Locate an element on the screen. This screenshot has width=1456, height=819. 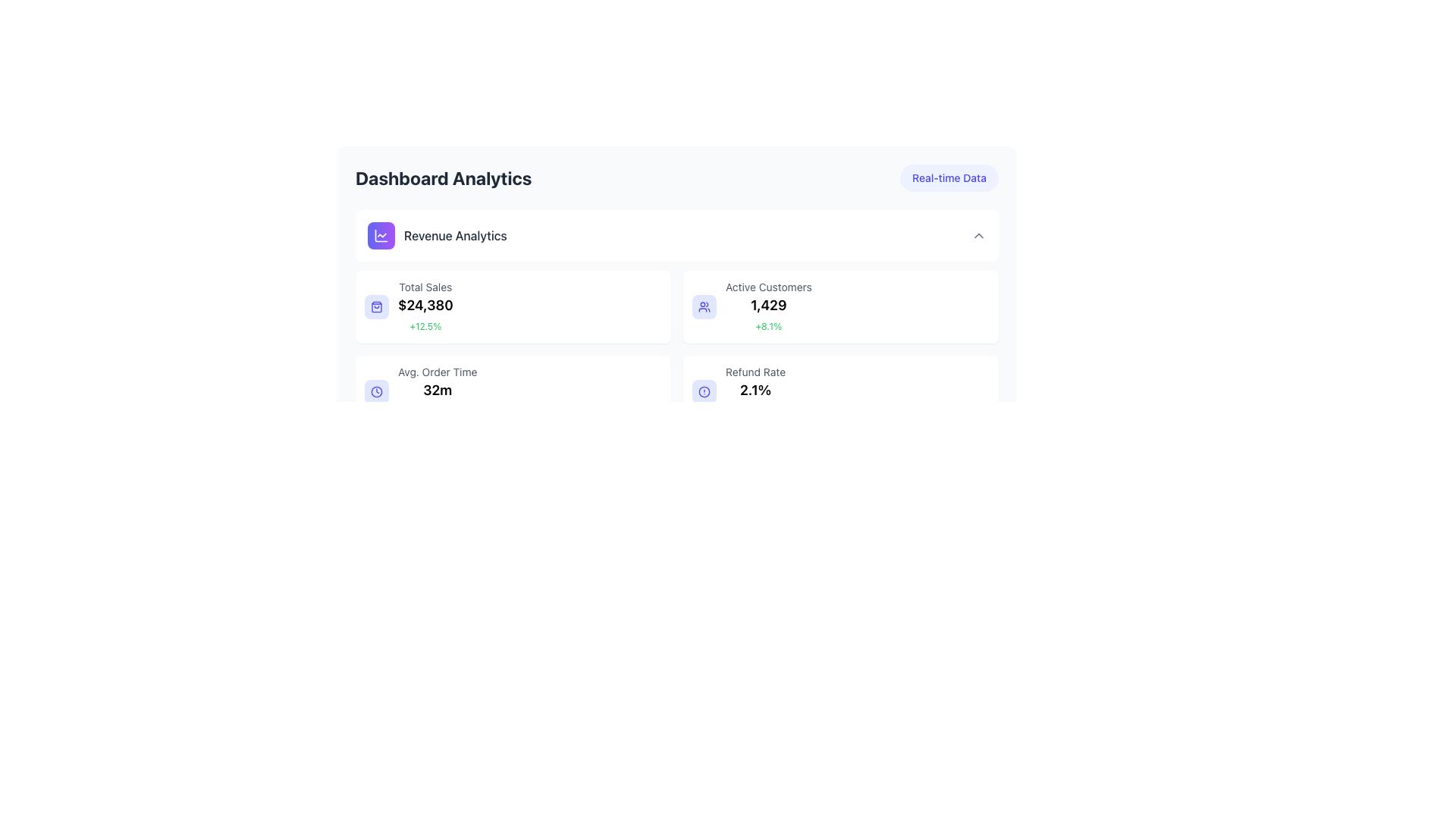
the metric card displaying total sales metrics located in the top-left quadrant below the 'Revenue Analytics' heading for more information is located at coordinates (425, 307).